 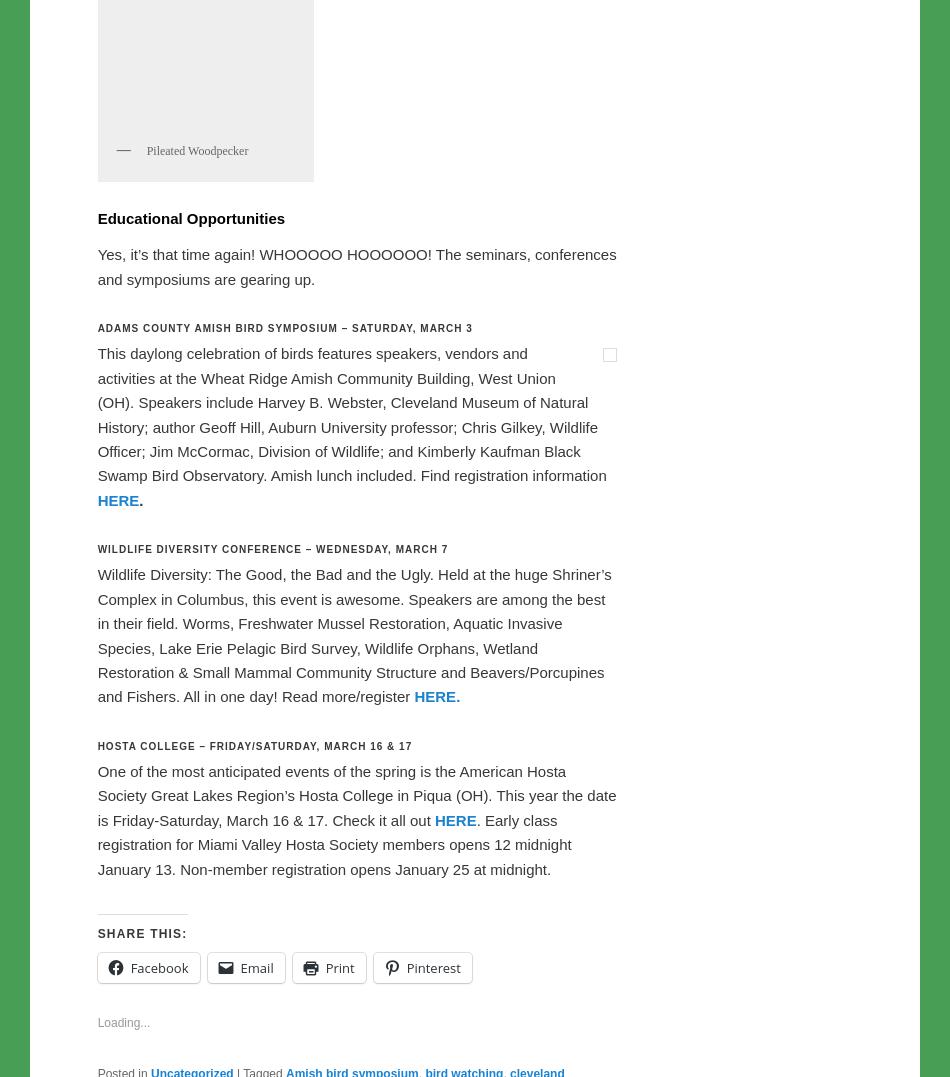 I want to click on ', a biologist with ODNR’s Division of Wildlife, who was interviewed on  NPR’s', so click(x=348, y=104).